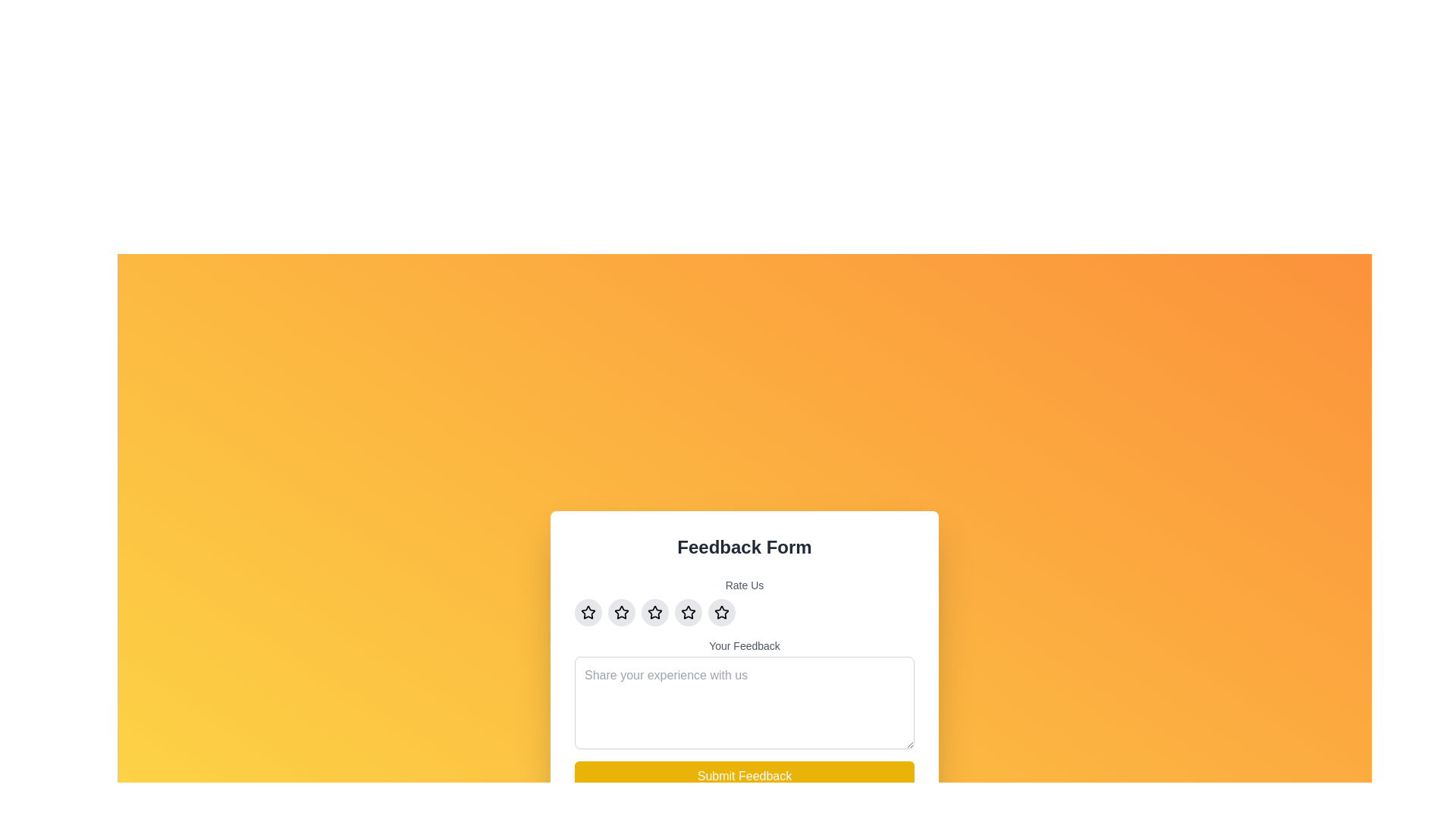  Describe the element at coordinates (655, 611) in the screenshot. I see `the third star in the horizontal group of five stars in the 'Rate Us' section of the feedback form` at that location.